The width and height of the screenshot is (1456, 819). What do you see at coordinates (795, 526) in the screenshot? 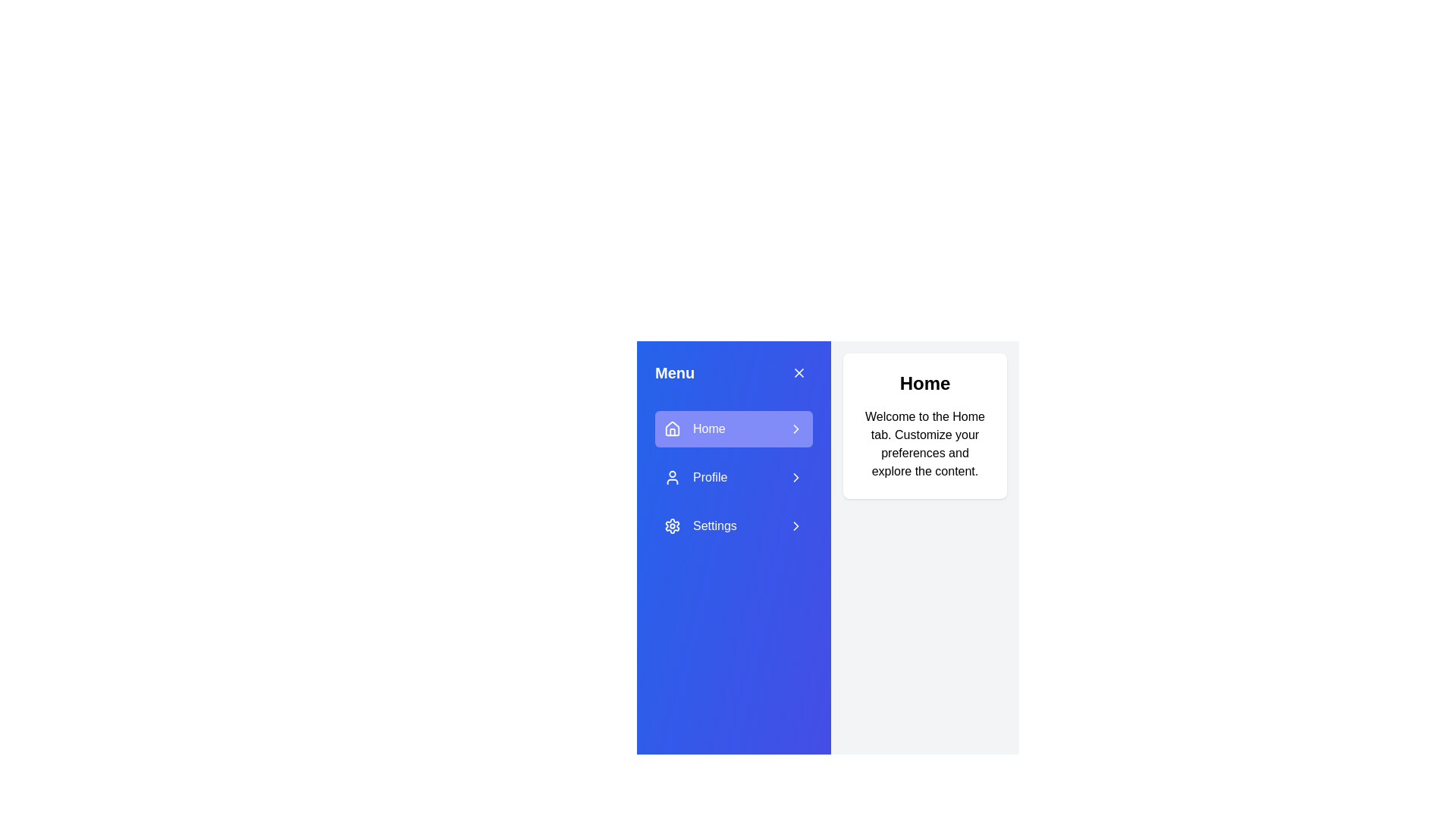
I see `the submenu icon located to the far right of the 'Settings' text and icon` at bounding box center [795, 526].